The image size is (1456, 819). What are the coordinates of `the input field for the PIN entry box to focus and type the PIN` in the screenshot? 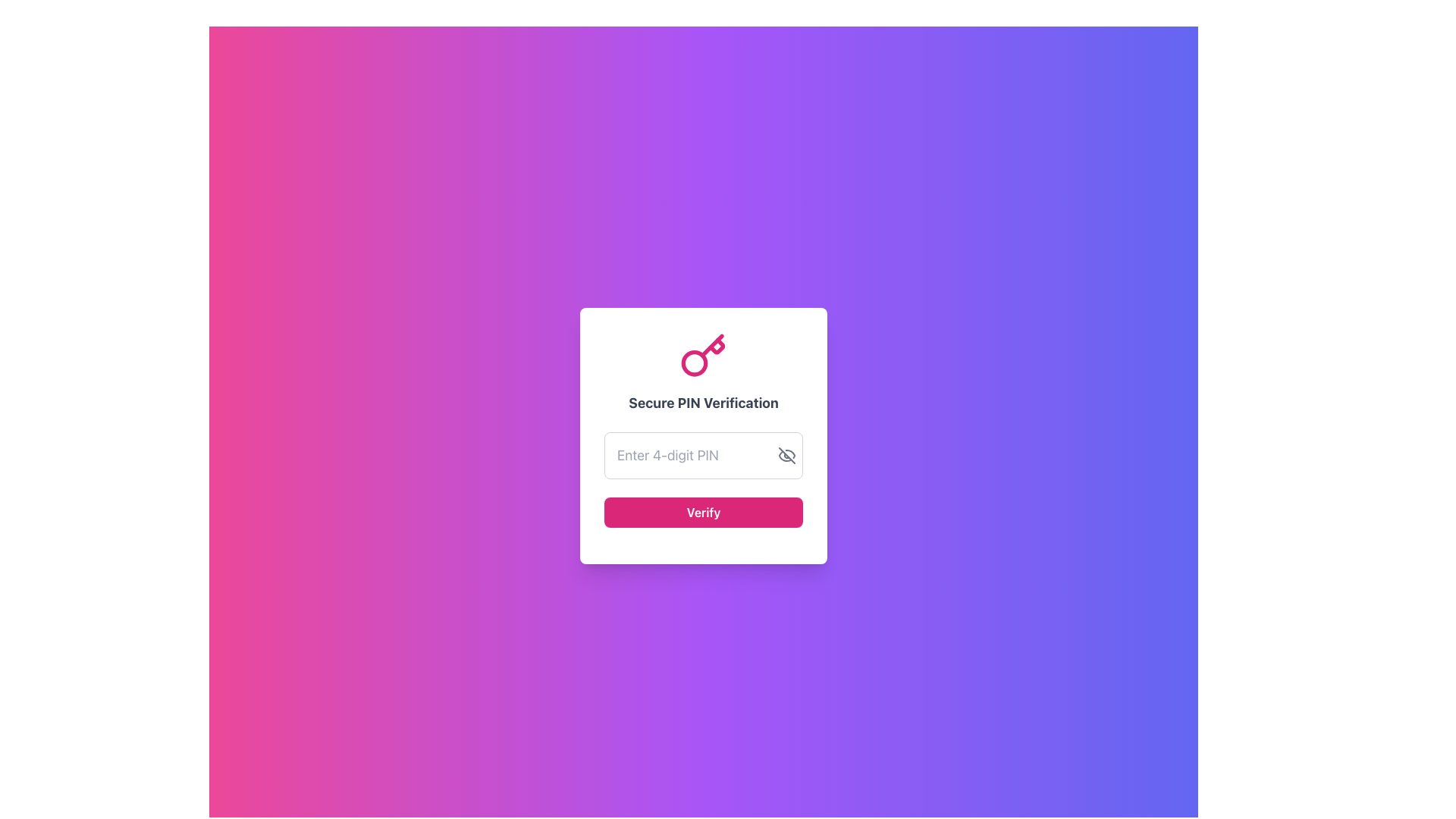 It's located at (702, 435).